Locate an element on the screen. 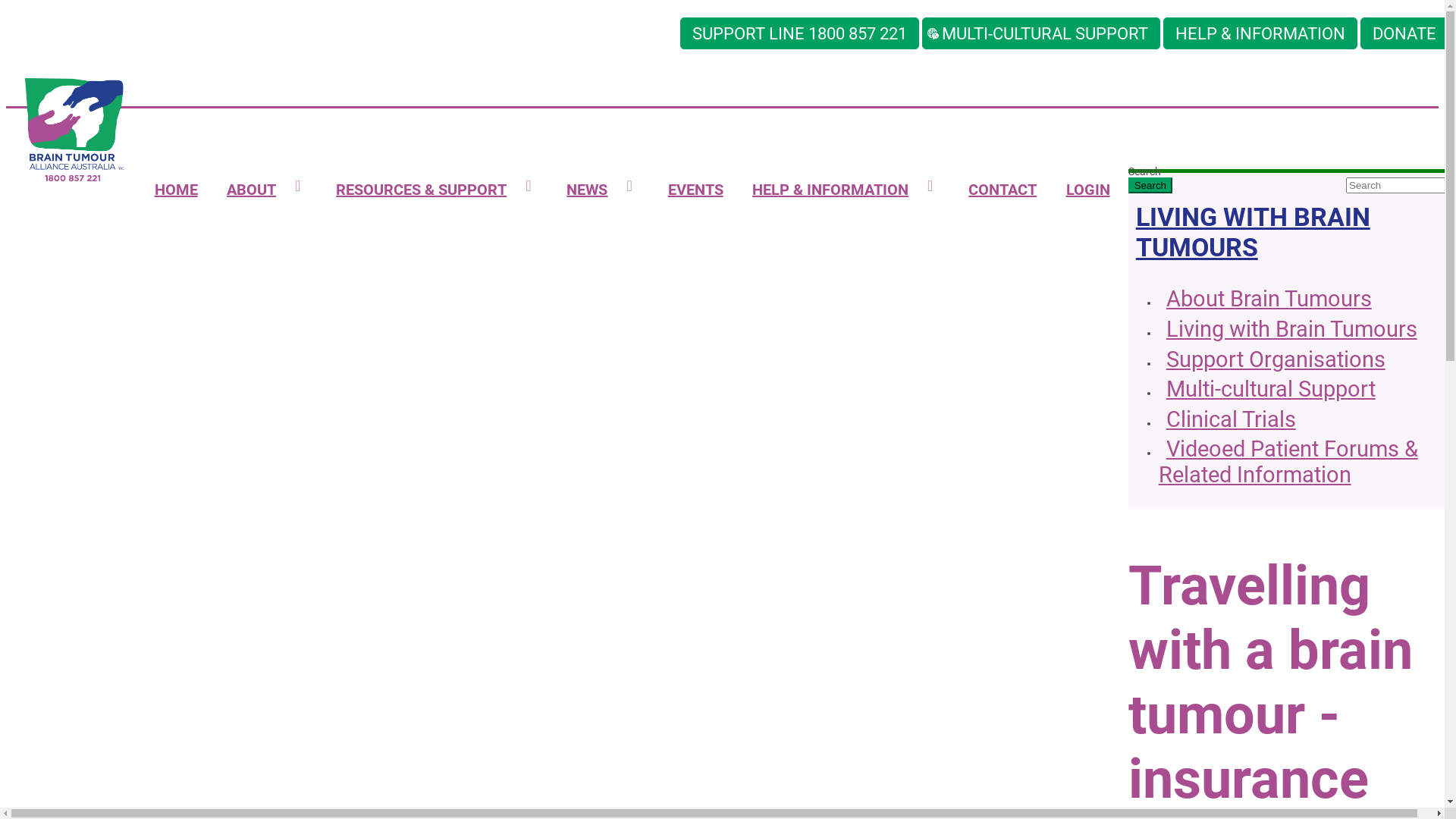 Image resolution: width=1456 pixels, height=819 pixels. 'SUPPORT LINE 1800 857 221' is located at coordinates (799, 33).